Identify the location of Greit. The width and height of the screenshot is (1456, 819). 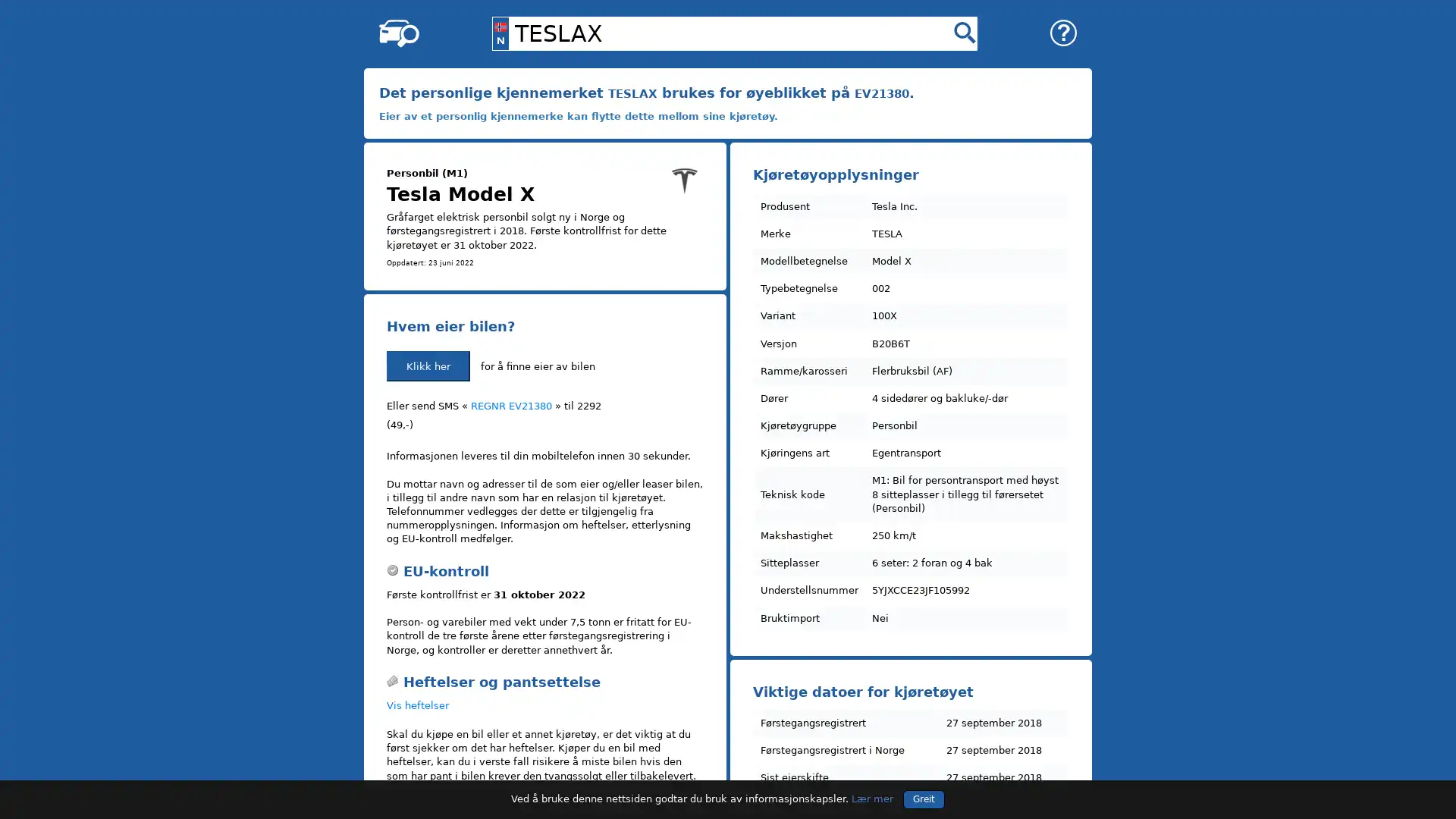
(923, 798).